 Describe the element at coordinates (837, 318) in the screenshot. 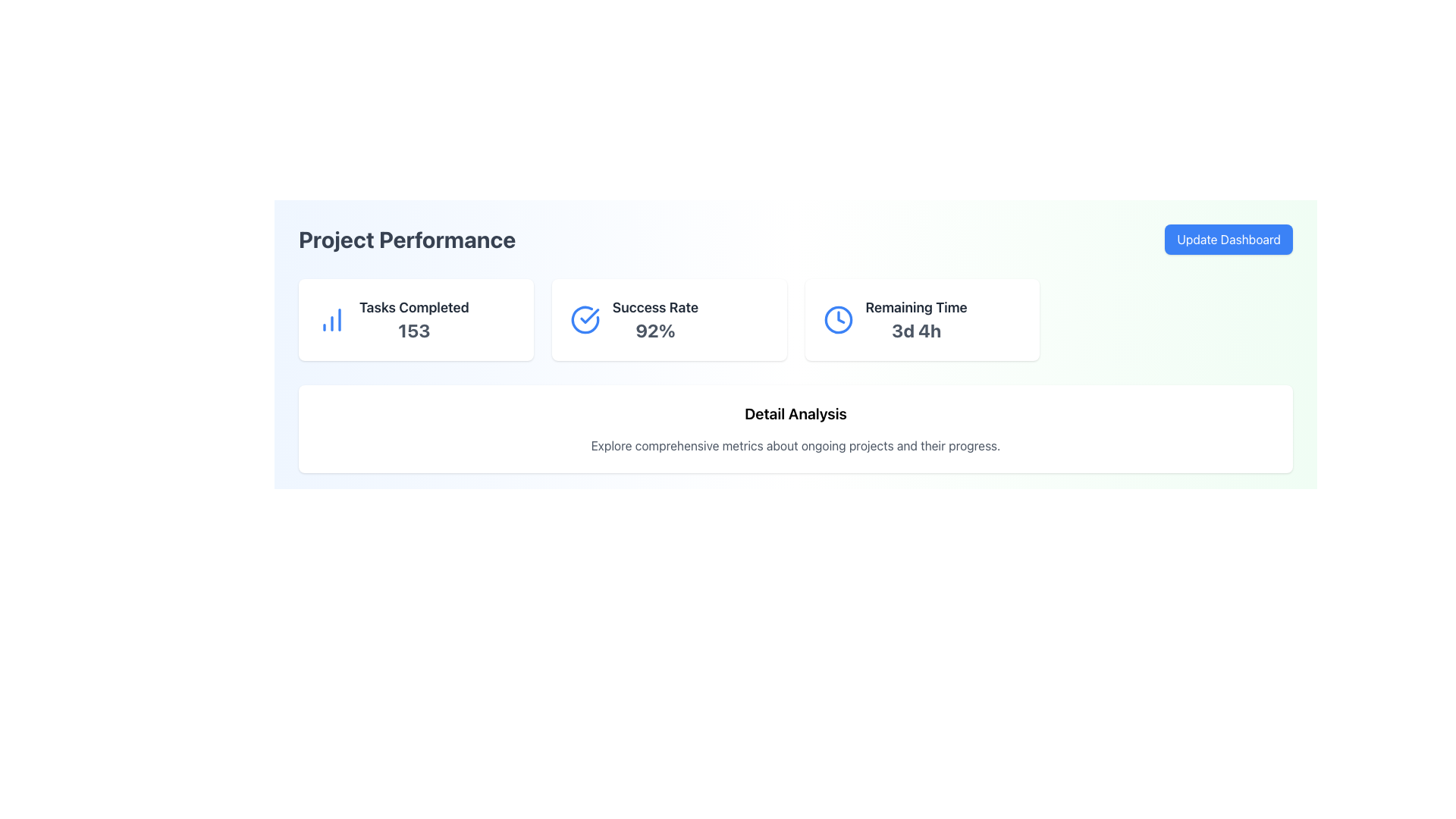

I see `the 'Remaining Time' icon, which symbolizes the remaining time in the Project Performance section, as it may function as a button in certain contexts` at that location.